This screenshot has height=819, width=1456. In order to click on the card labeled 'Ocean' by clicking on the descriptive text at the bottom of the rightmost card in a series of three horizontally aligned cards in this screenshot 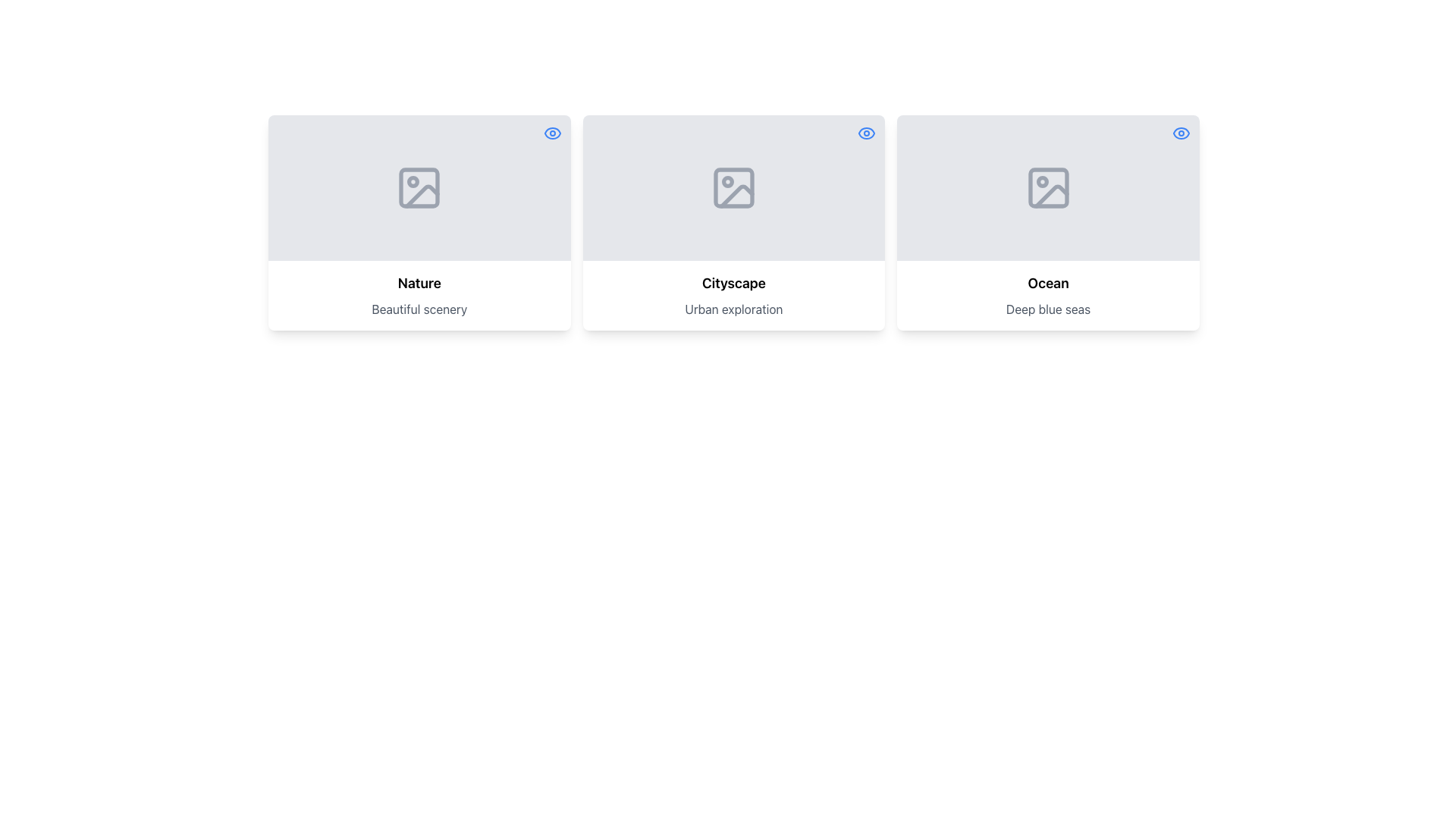, I will do `click(1047, 295)`.